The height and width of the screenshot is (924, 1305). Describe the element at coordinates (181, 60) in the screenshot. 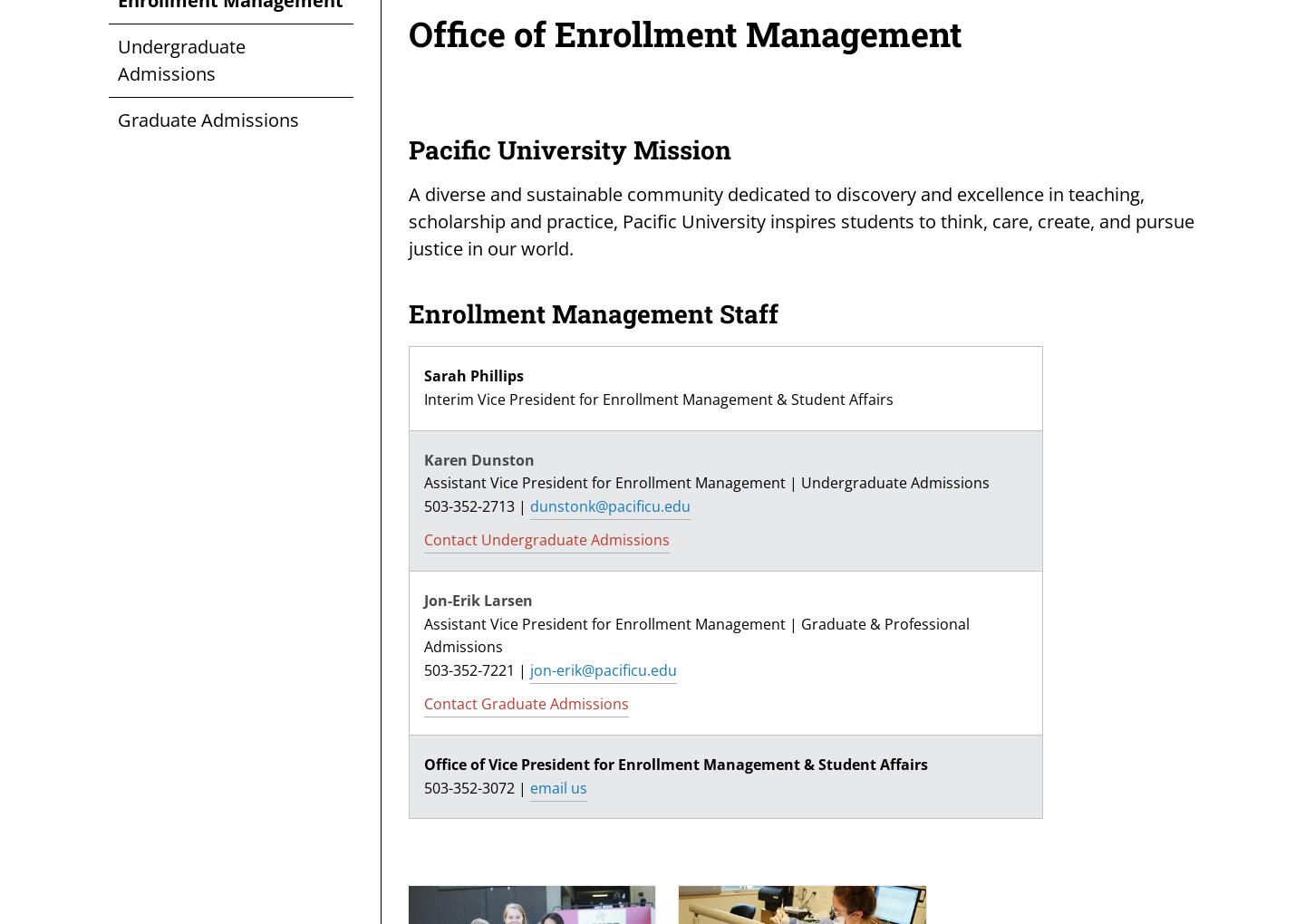

I see `'Undergraduate Admissions'` at that location.